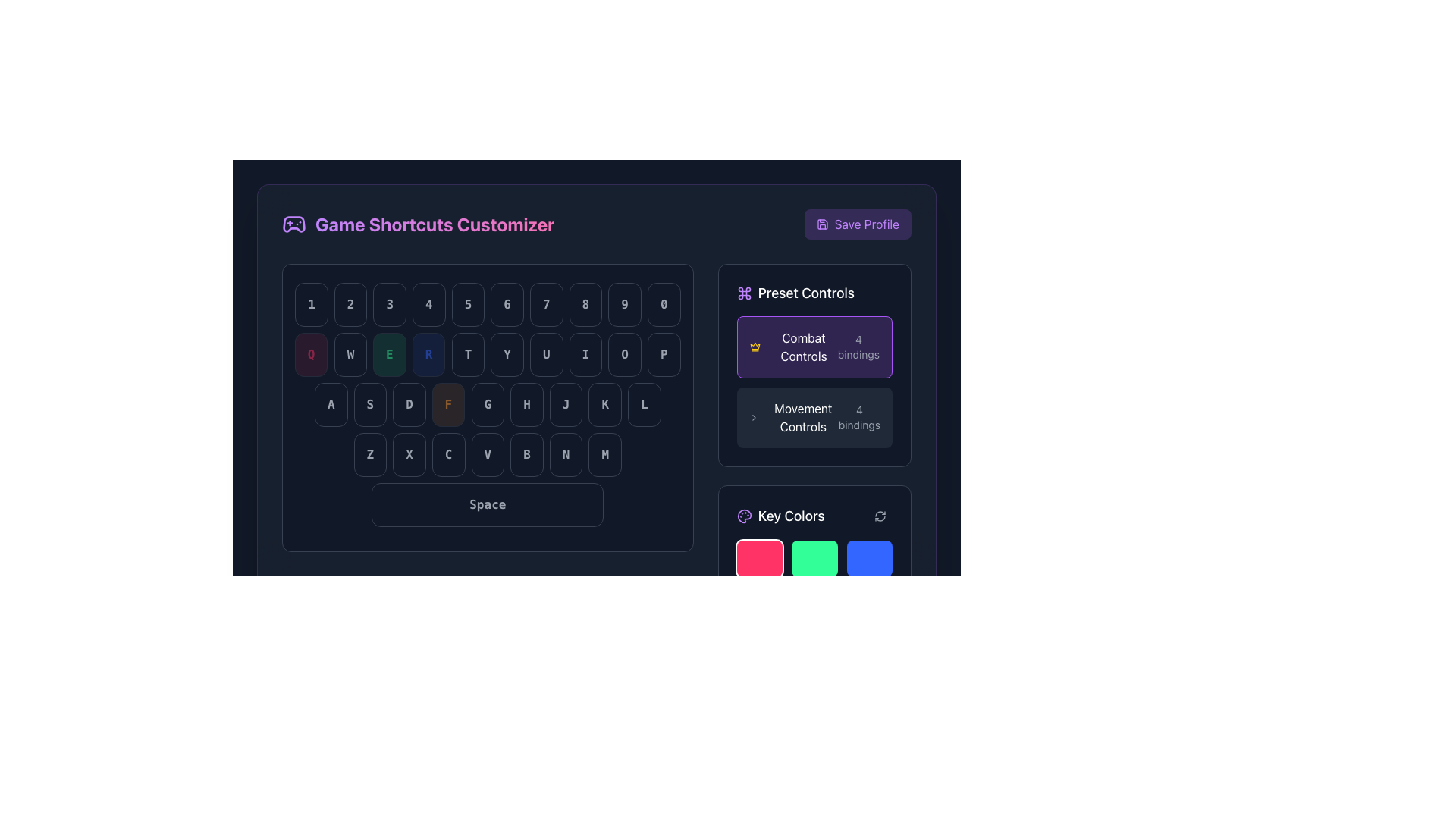  I want to click on the numeric button labeled '2' in the virtual keyboard layout, so click(350, 304).